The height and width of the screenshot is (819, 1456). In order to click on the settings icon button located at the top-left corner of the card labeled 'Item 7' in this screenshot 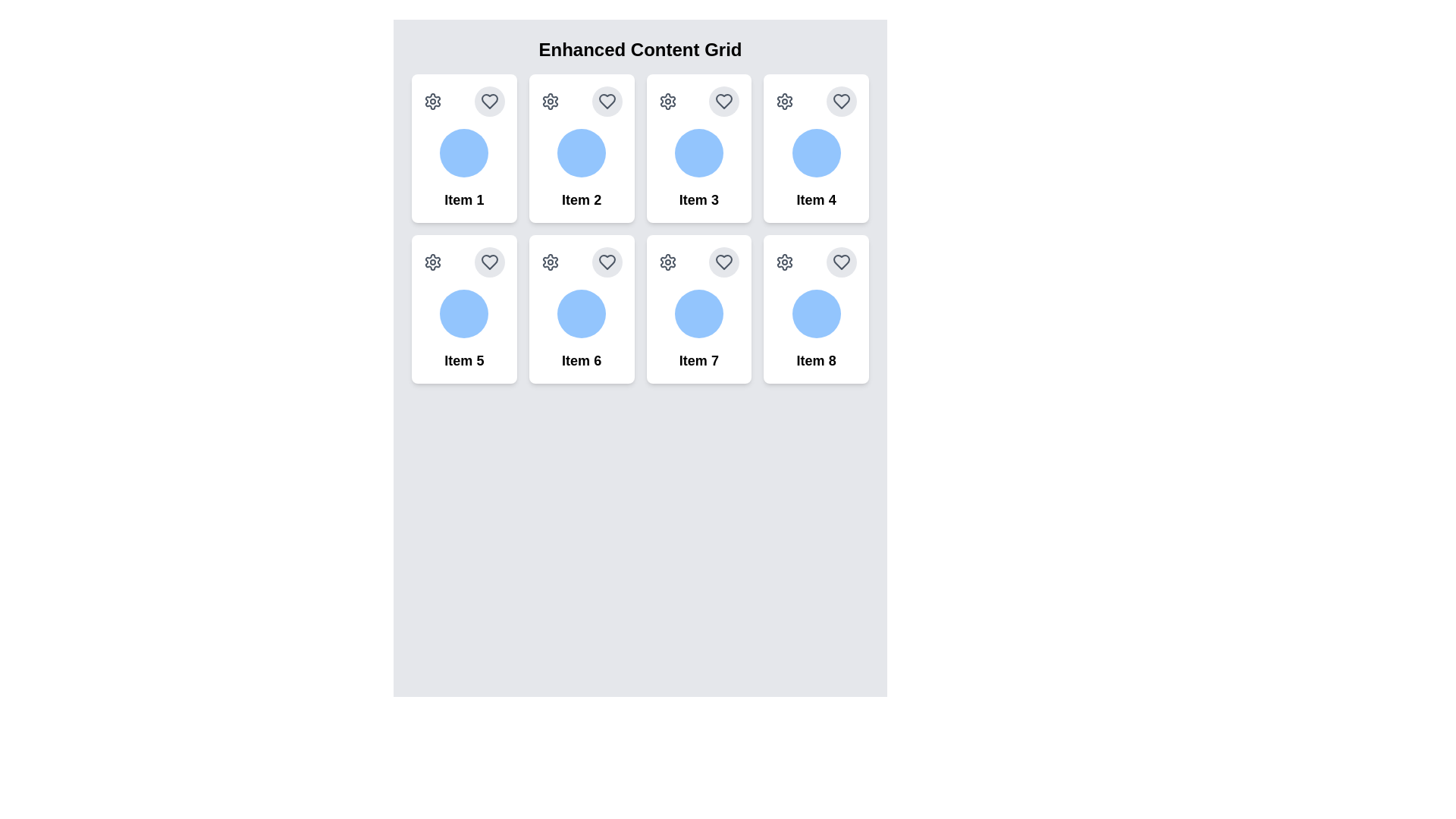, I will do `click(667, 262)`.